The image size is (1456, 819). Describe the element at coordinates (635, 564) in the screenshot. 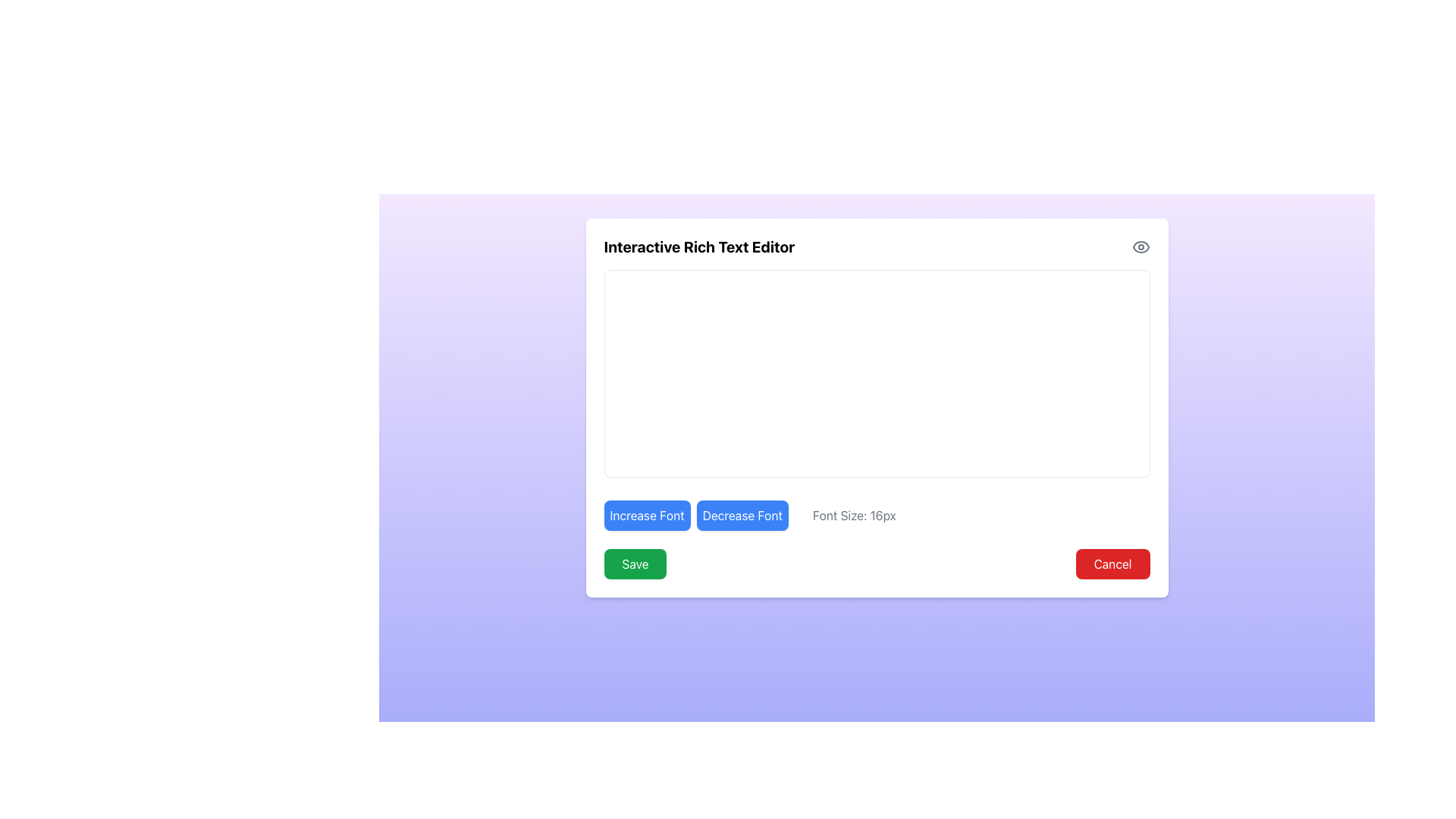

I see `the 'Save' button, which is the leftmost button with a green background and white text` at that location.